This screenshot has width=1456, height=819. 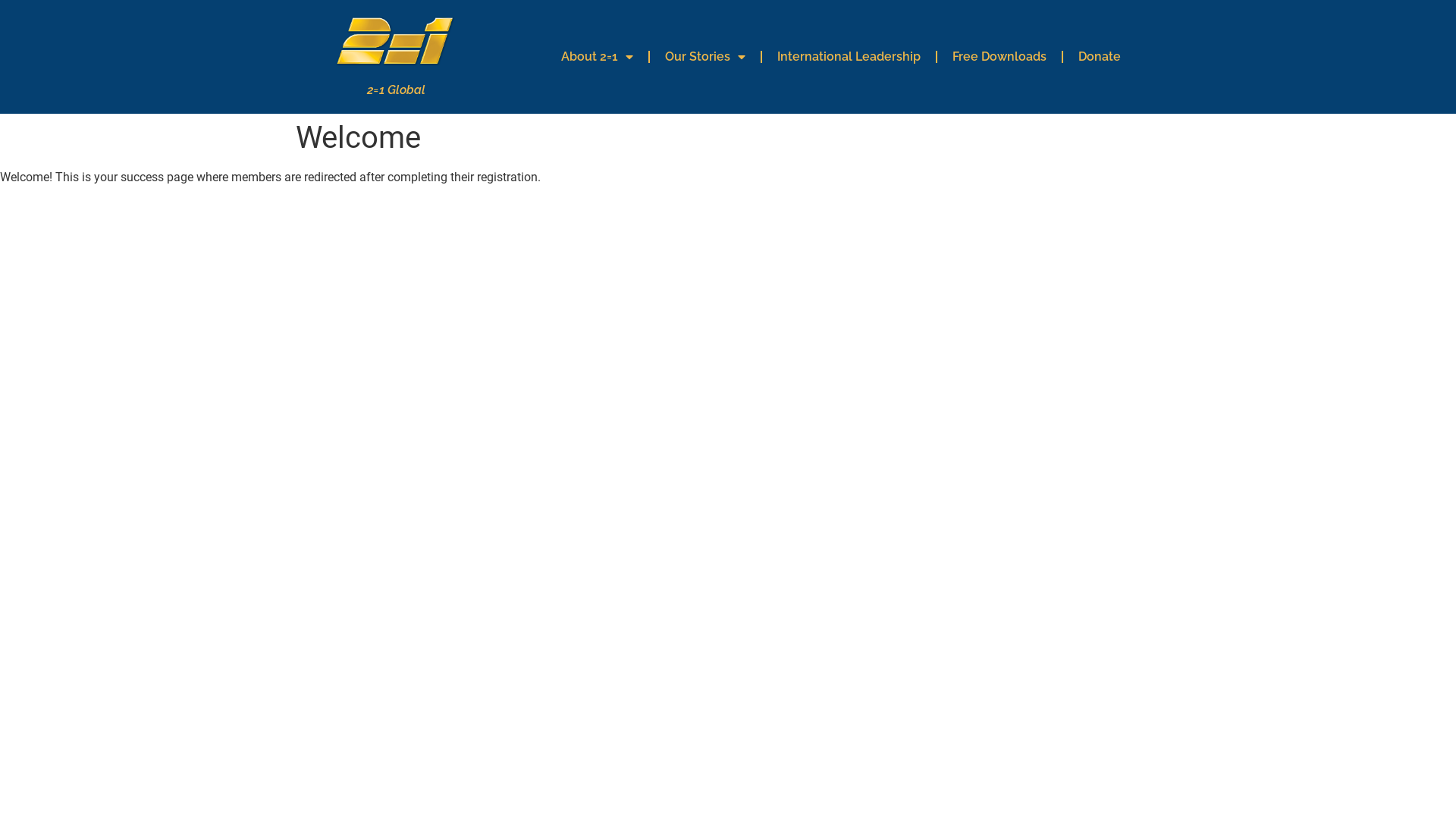 What do you see at coordinates (999, 55) in the screenshot?
I see `'Free Downloads'` at bounding box center [999, 55].